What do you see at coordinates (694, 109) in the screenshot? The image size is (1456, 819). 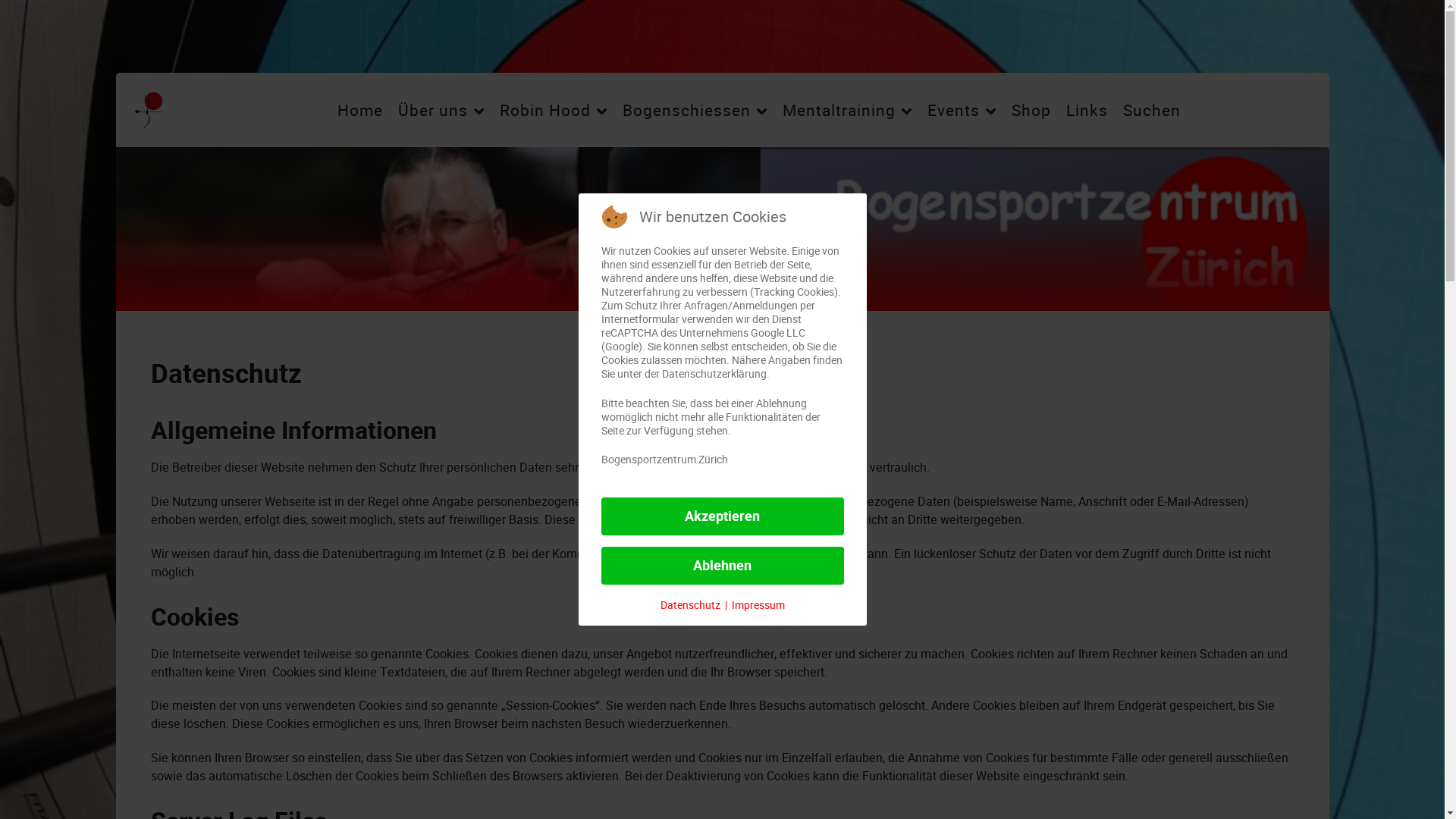 I see `'Bogenschiessen'` at bounding box center [694, 109].